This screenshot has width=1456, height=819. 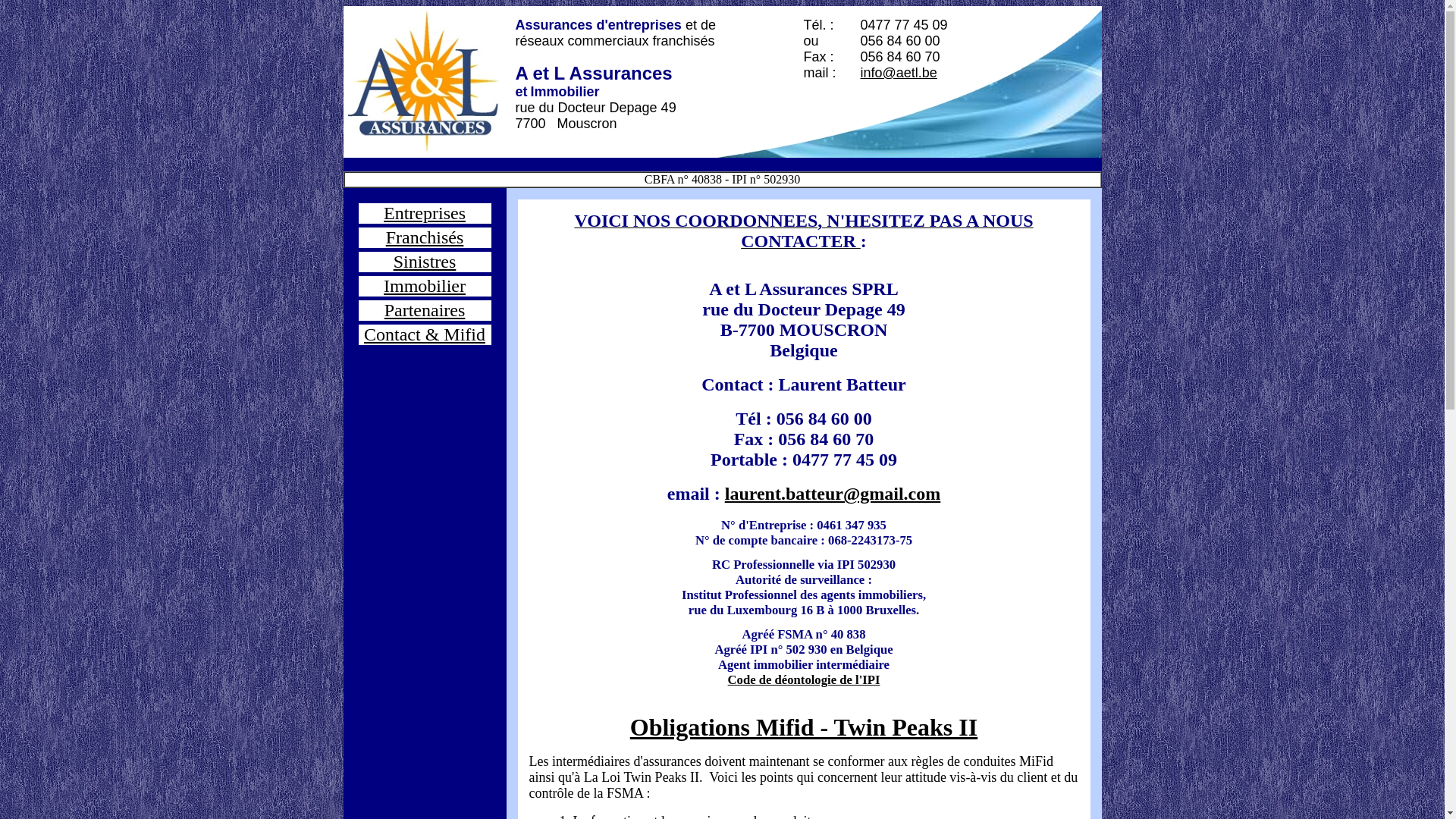 I want to click on 'Immobilier', so click(x=425, y=286).